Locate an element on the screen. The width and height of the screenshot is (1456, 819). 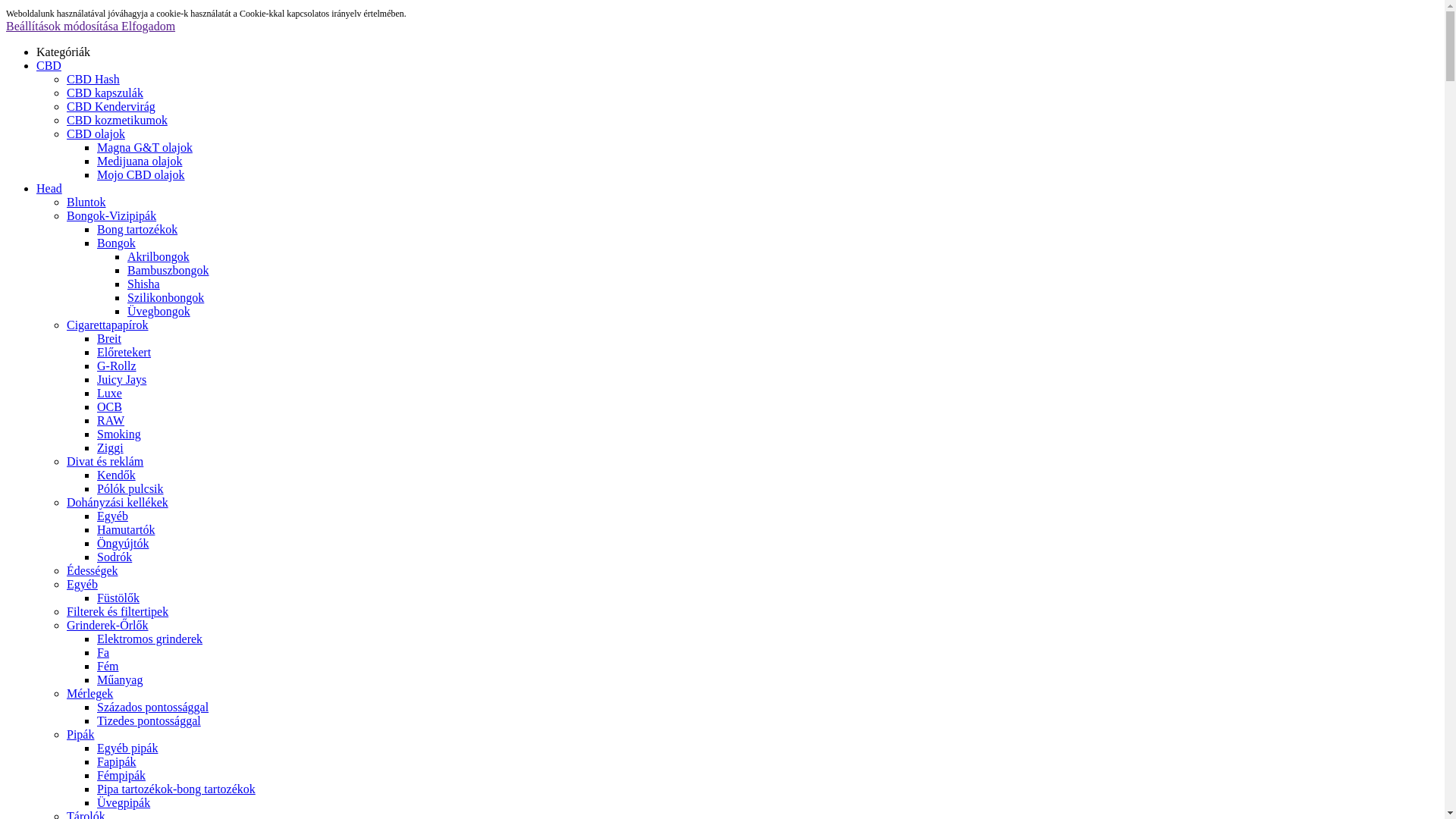
'CBD Hash' is located at coordinates (93, 79).